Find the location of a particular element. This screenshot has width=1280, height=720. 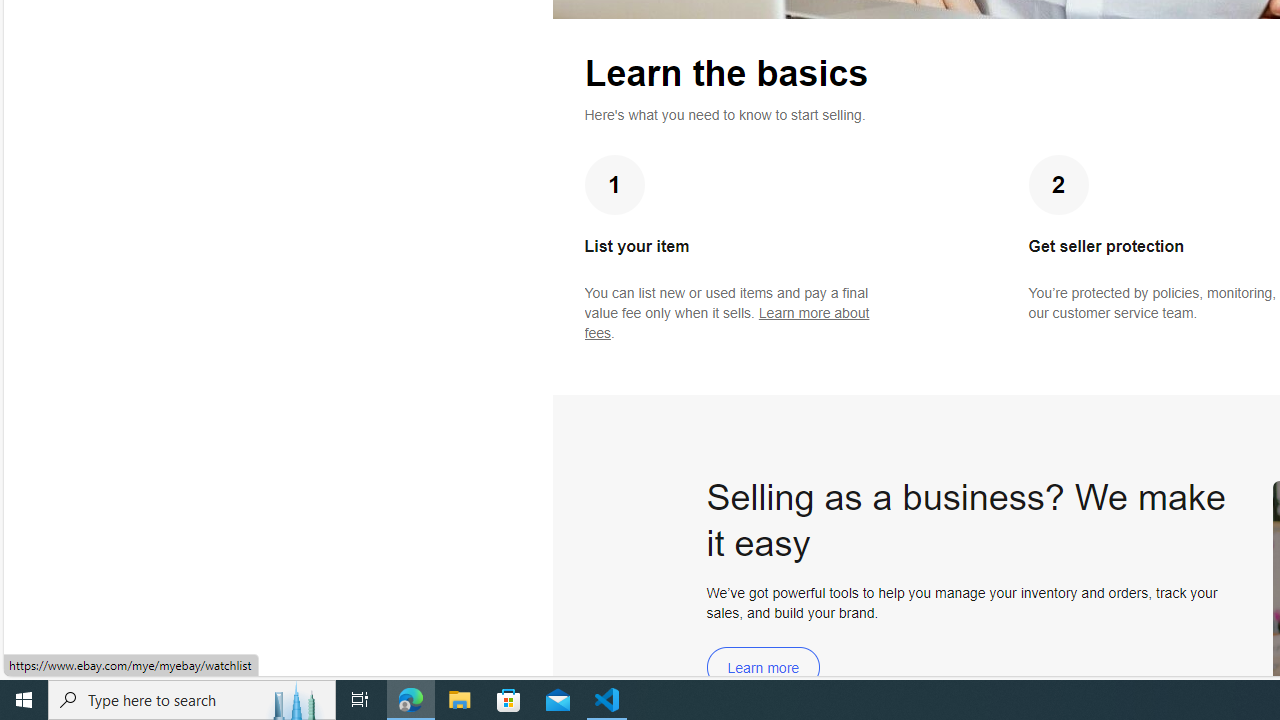

'Learn more' is located at coordinates (762, 667).